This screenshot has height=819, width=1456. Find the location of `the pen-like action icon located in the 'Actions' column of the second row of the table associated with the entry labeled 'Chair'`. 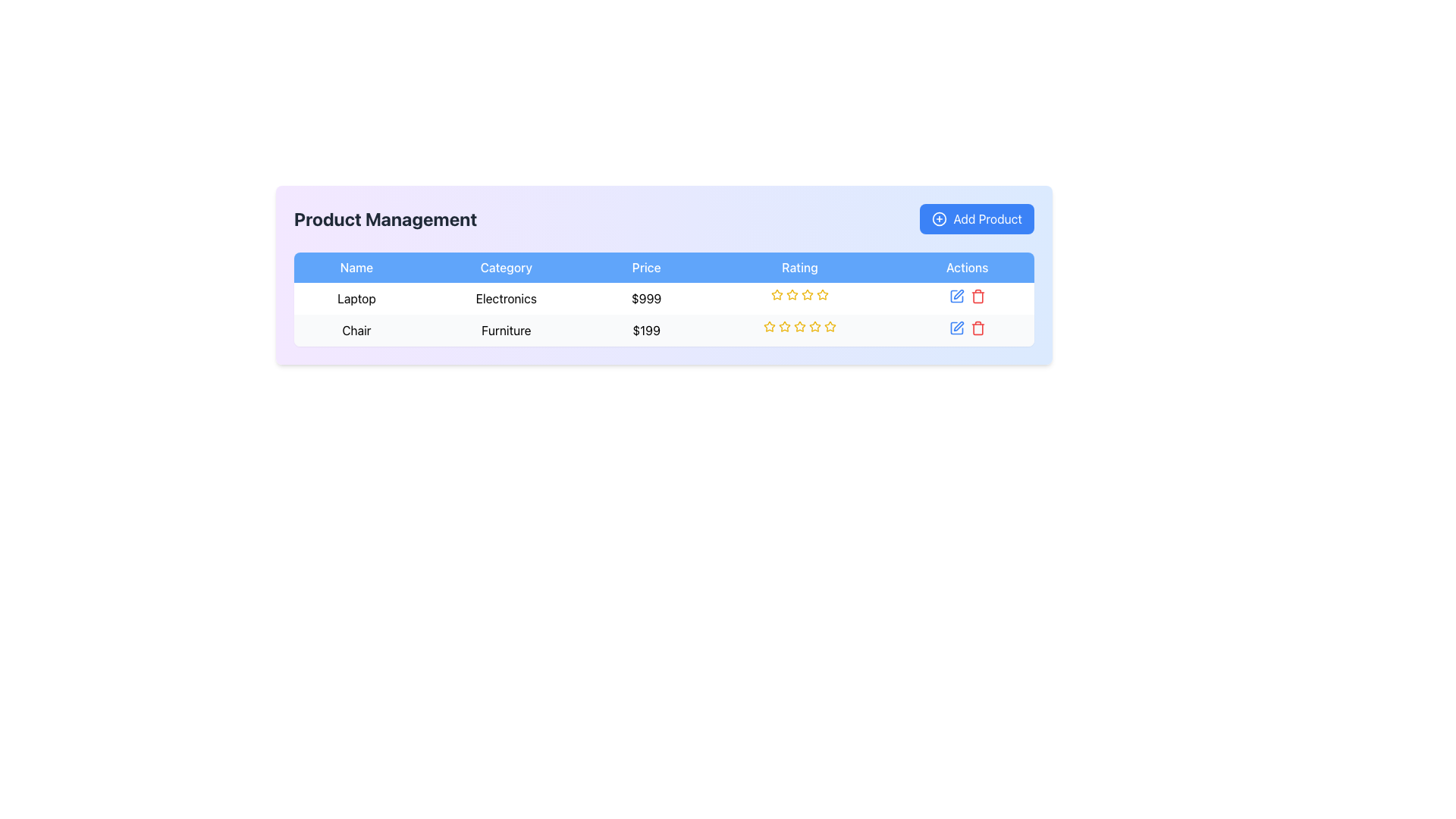

the pen-like action icon located in the 'Actions' column of the second row of the table associated with the entry labeled 'Chair' is located at coordinates (958, 294).